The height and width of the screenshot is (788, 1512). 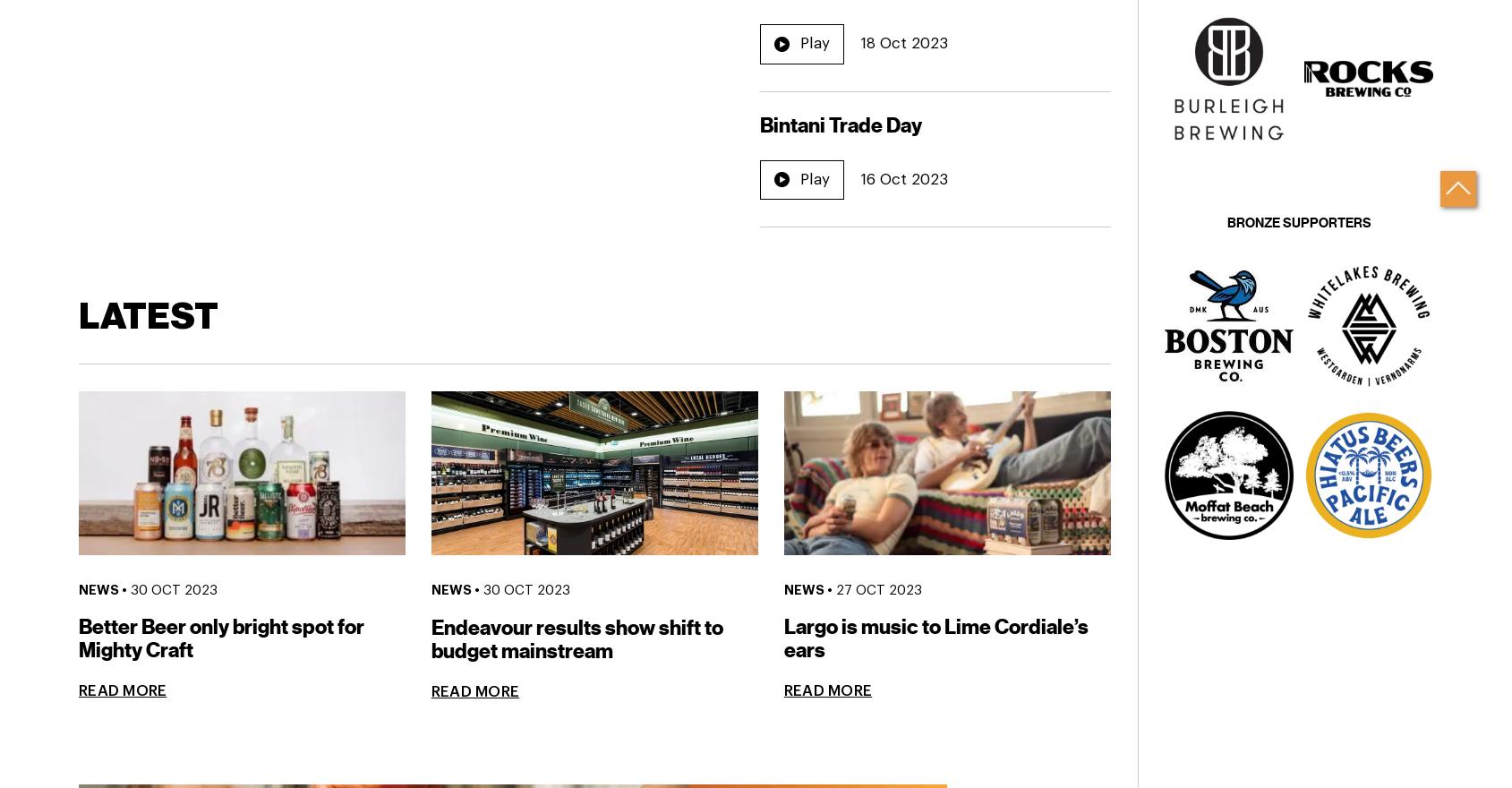 I want to click on 'Largo is music to Lime Cordiale’s ears', so click(x=935, y=638).